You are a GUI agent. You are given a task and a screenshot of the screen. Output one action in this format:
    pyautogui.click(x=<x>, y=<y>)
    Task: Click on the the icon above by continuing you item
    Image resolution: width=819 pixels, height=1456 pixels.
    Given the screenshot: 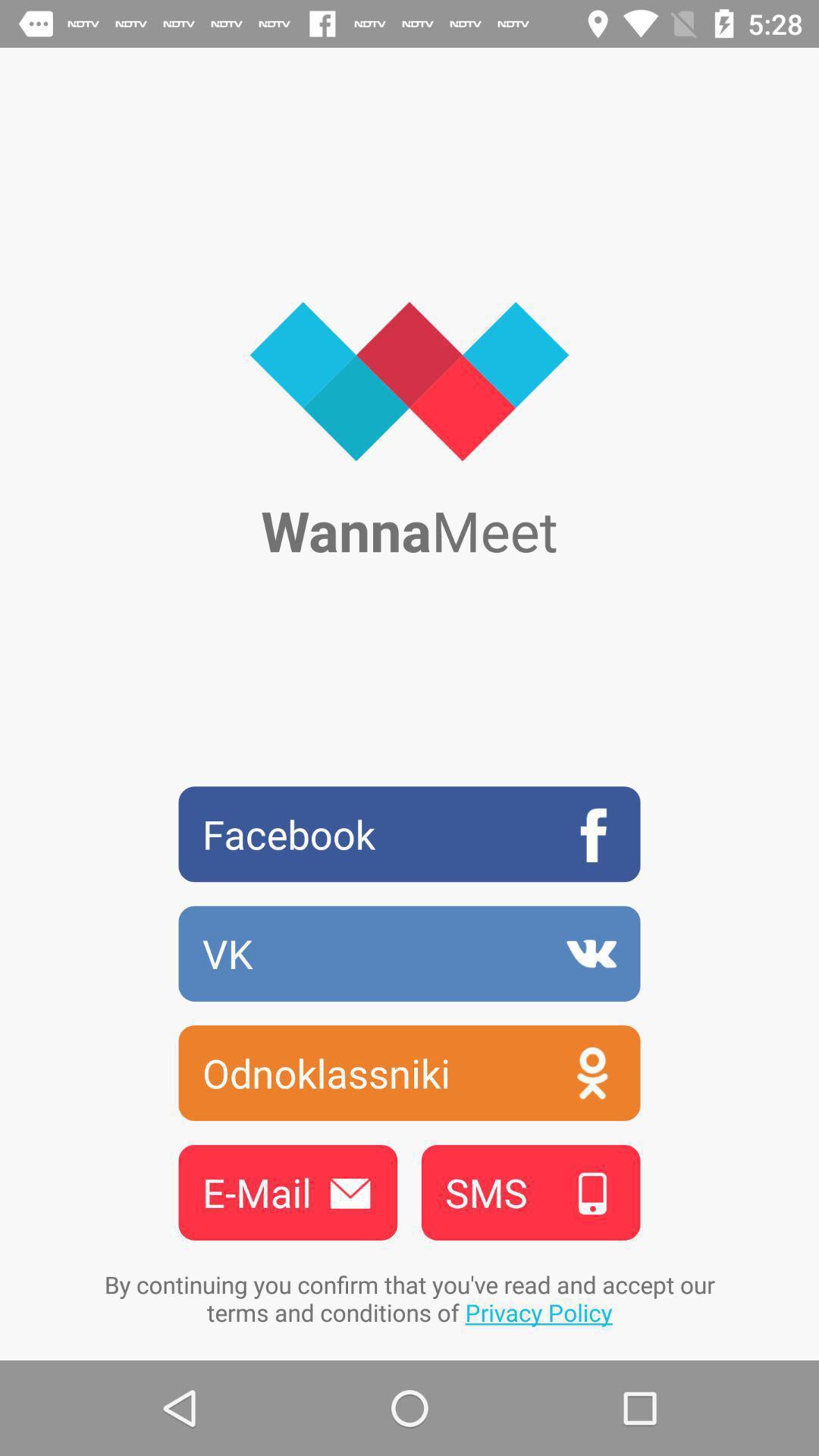 What is the action you would take?
    pyautogui.click(x=287, y=1191)
    